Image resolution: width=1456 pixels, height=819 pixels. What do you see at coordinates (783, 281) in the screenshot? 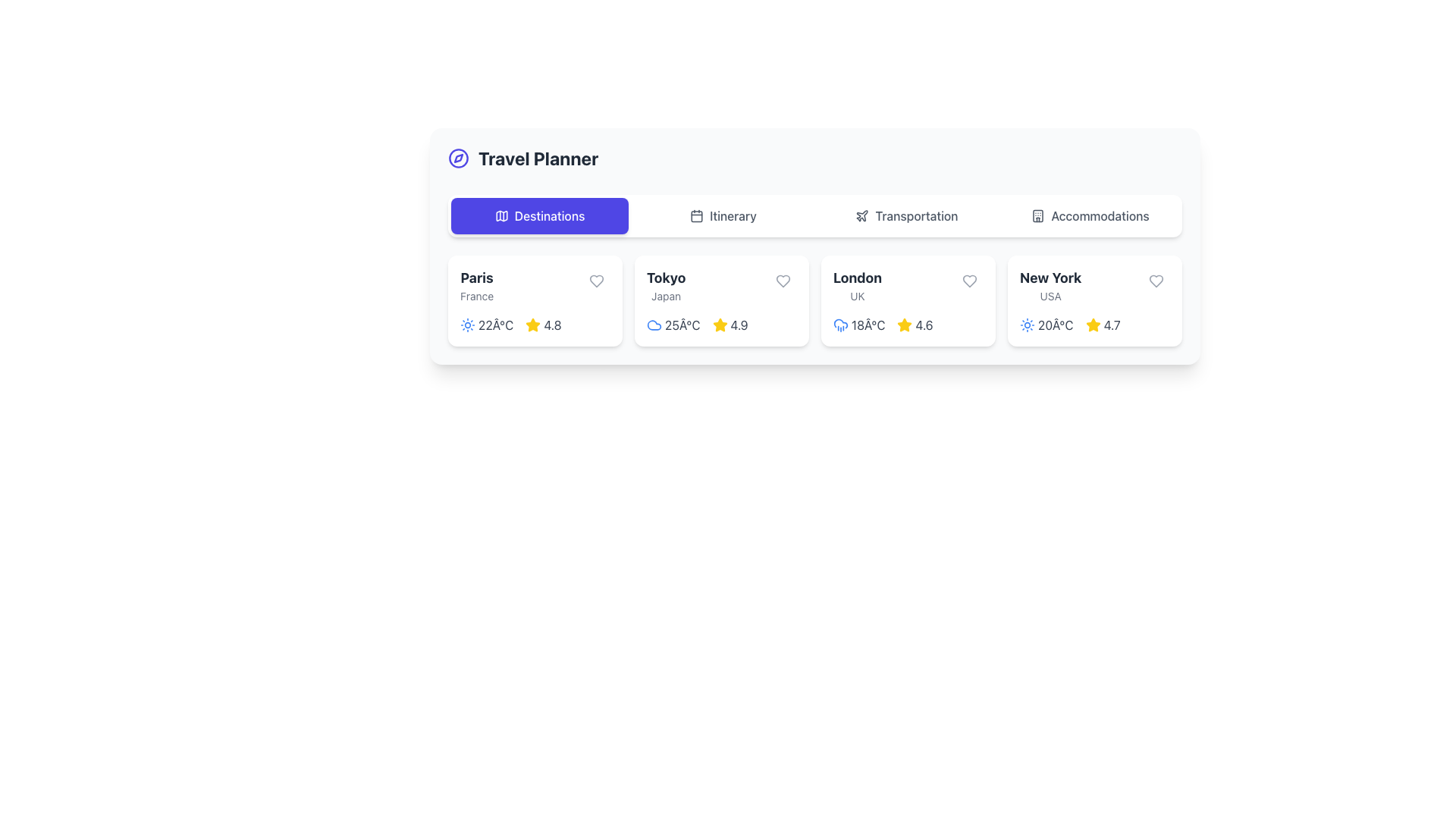
I see `the heart icon located in the top-right corner of the 'Tokyo, Japan' card` at bounding box center [783, 281].